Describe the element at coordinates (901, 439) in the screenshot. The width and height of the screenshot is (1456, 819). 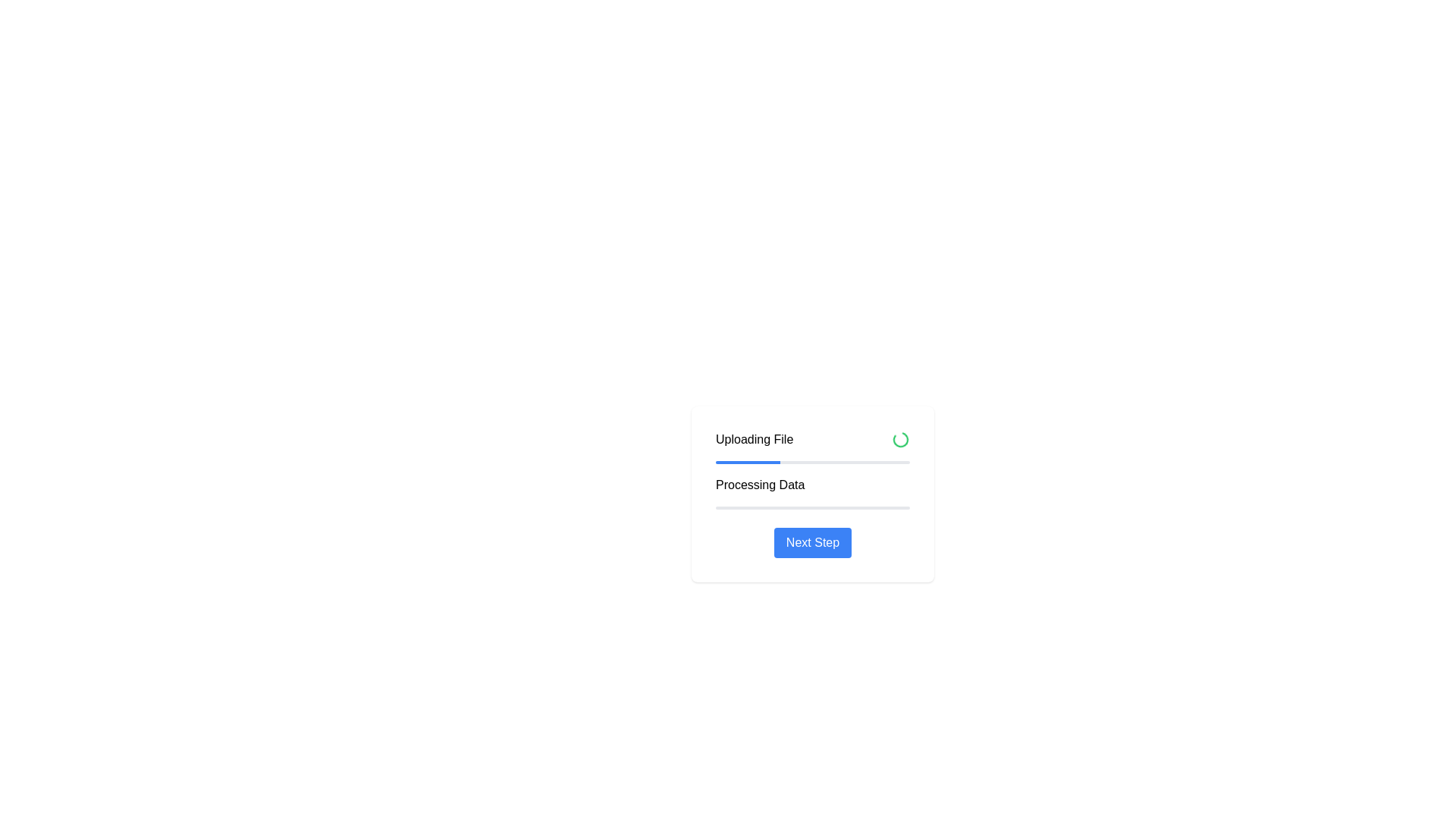
I see `the animated spinner or loader icon, which is a small circular spinner styled as a thin green outline, located near the top-right corner of the box containing text like 'Uploading File' and 'Processing Data'` at that location.